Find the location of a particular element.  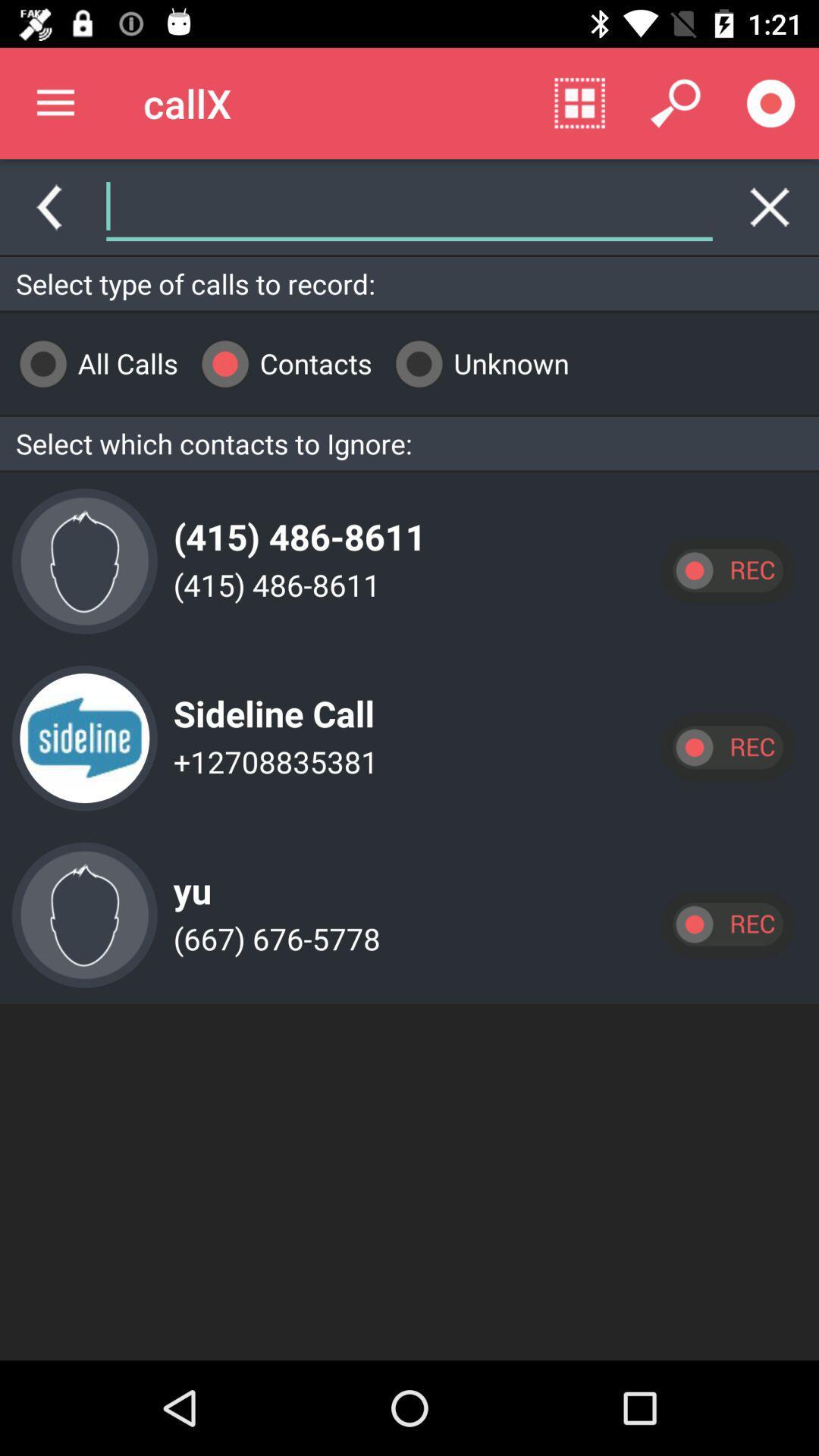

record is located at coordinates (726, 924).